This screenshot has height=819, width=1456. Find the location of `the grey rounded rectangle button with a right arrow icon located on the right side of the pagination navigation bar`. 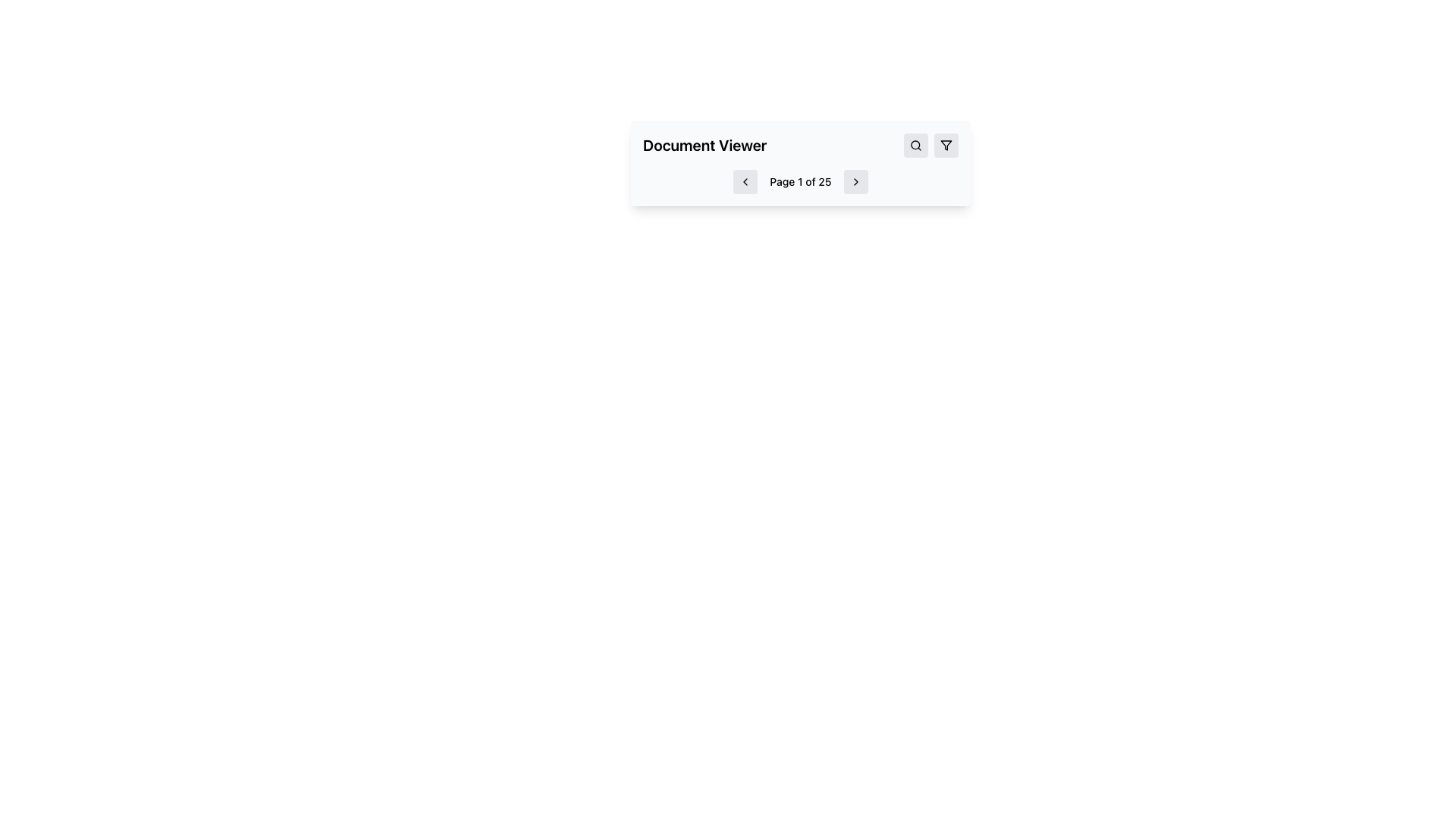

the grey rounded rectangle button with a right arrow icon located on the right side of the pagination navigation bar is located at coordinates (855, 180).